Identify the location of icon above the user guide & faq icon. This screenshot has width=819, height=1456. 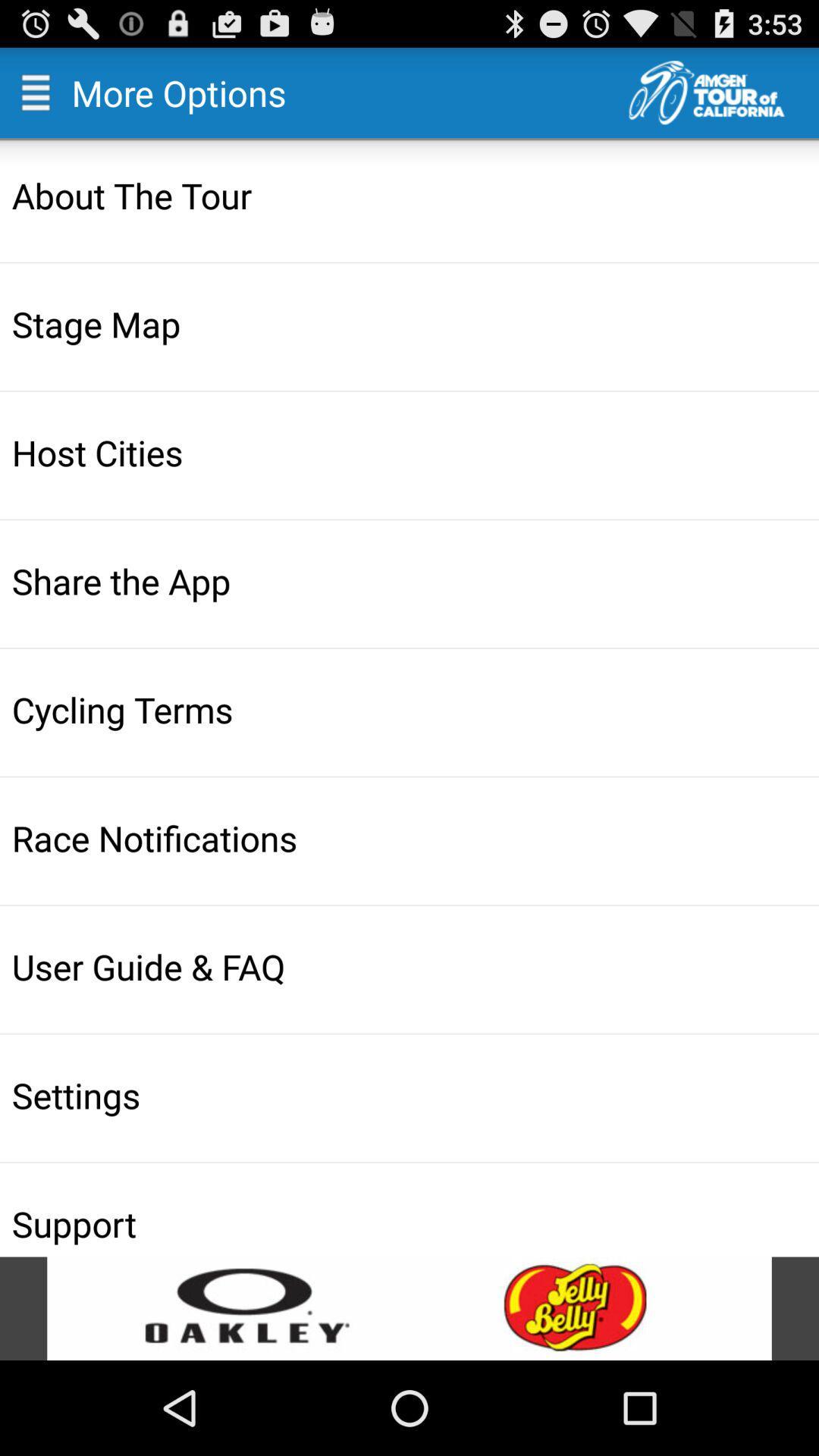
(411, 837).